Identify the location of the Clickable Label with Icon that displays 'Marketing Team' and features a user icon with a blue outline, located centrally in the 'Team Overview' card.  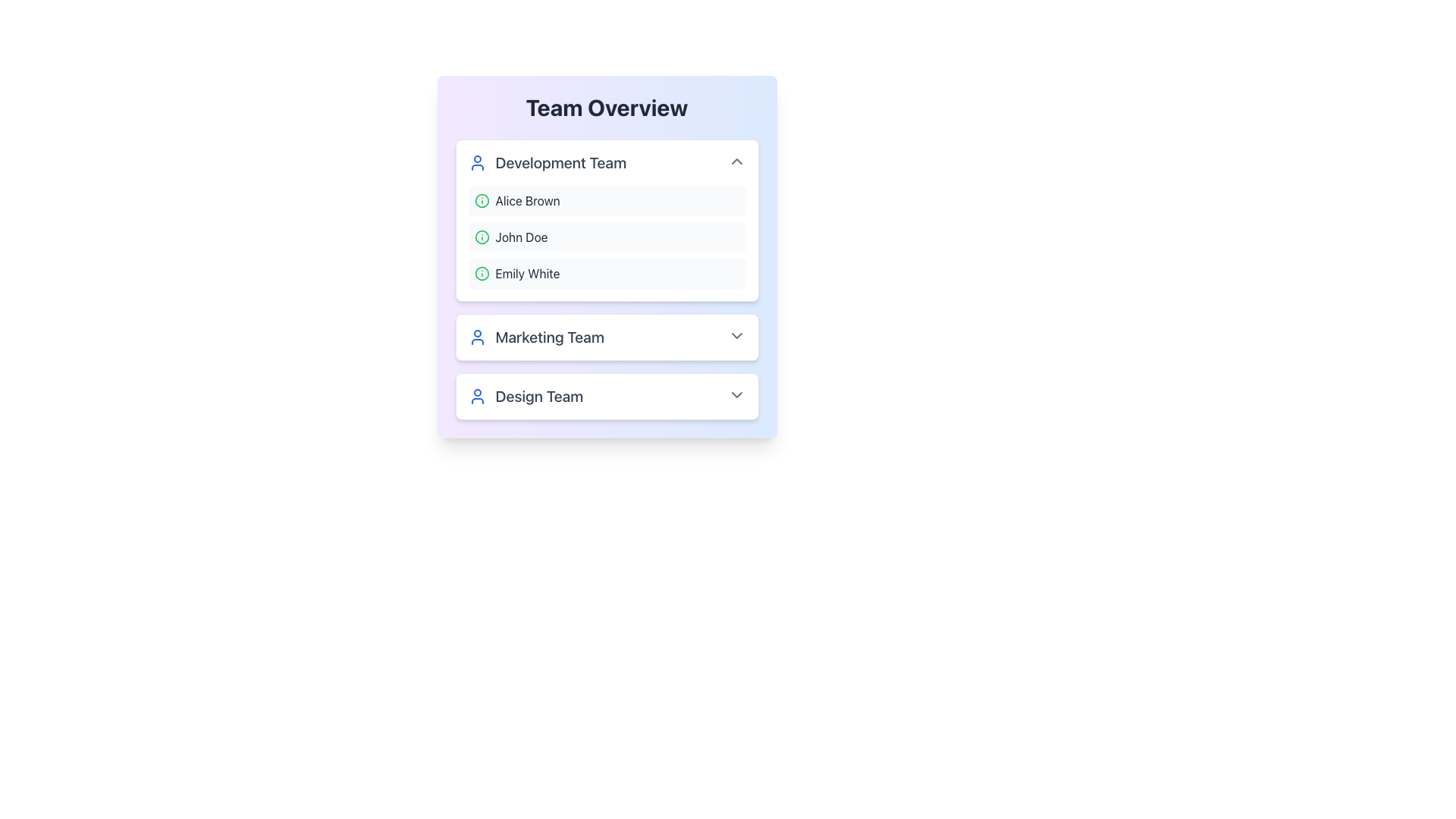
(536, 336).